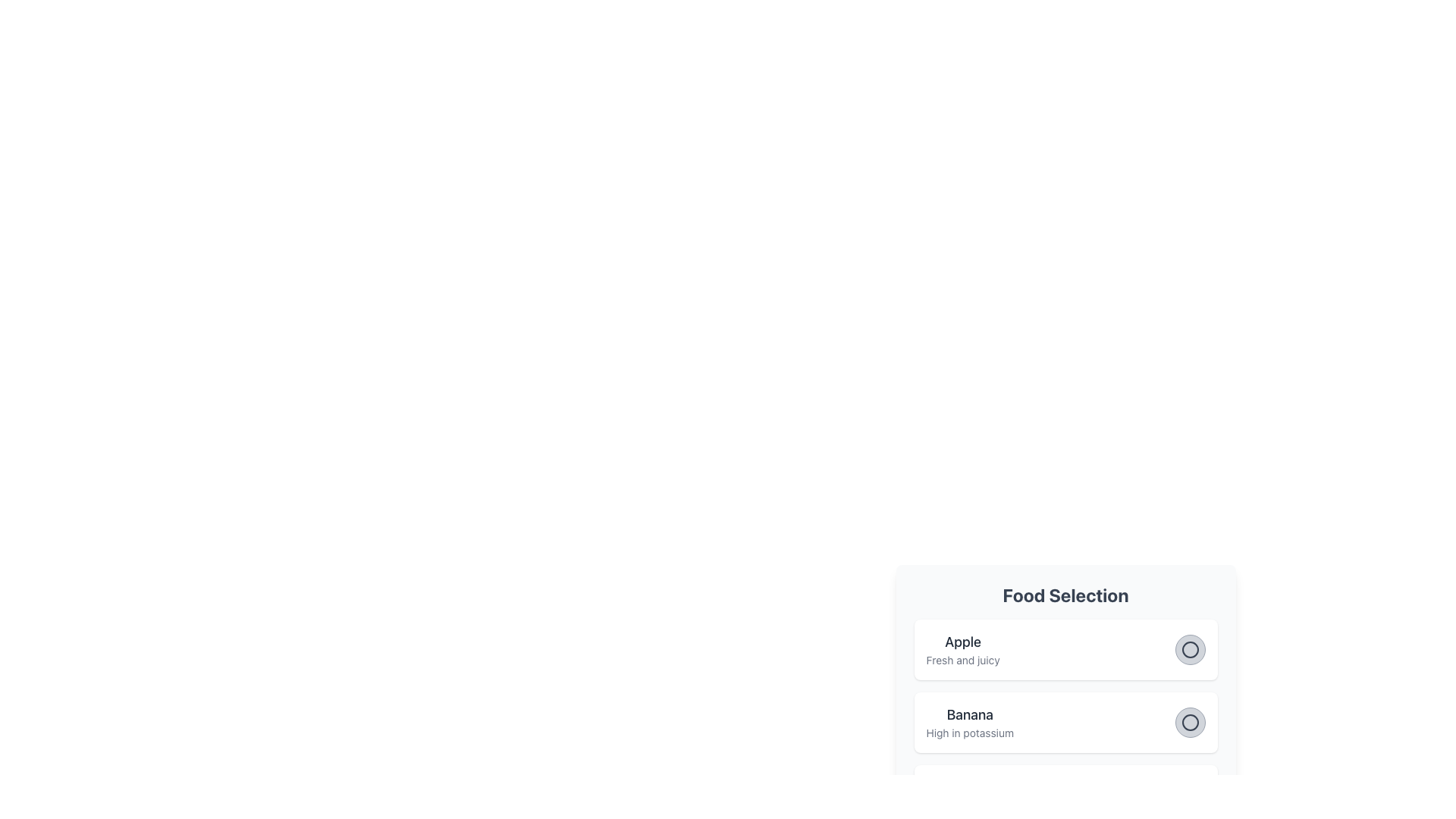 The image size is (1456, 819). What do you see at coordinates (1189, 648) in the screenshot?
I see `the rightmost radio button for 'Apple' with subtext 'Fresh and juicy'` at bounding box center [1189, 648].